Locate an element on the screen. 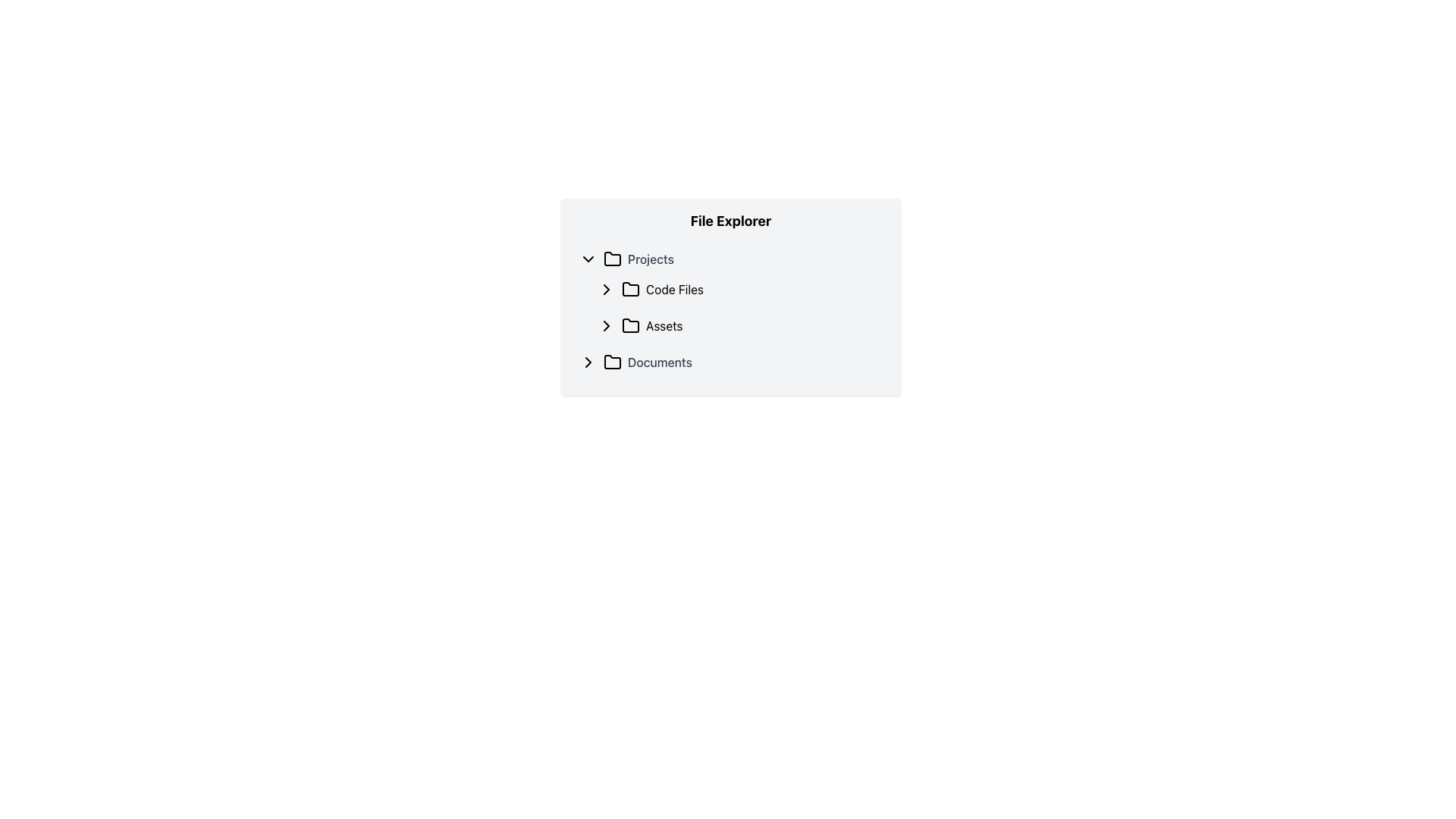  the folder icon located under the 'Projects' section in the file explorer panel, which is positioned to the left of the 'Projects' label and to the right of a downward-pointing chevron icon is located at coordinates (612, 259).